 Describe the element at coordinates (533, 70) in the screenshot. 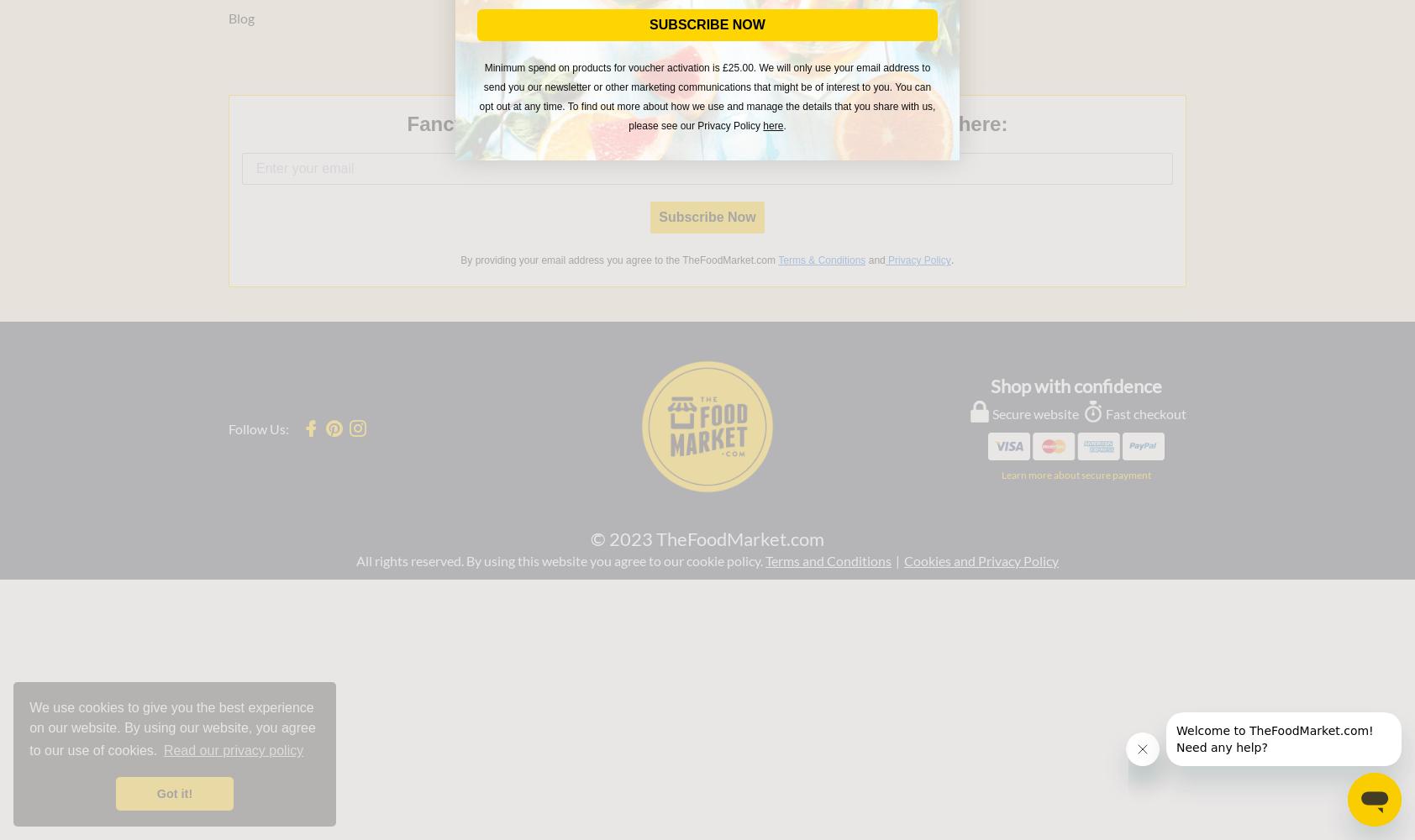

I see `'Non-alcoholic drinks'` at that location.